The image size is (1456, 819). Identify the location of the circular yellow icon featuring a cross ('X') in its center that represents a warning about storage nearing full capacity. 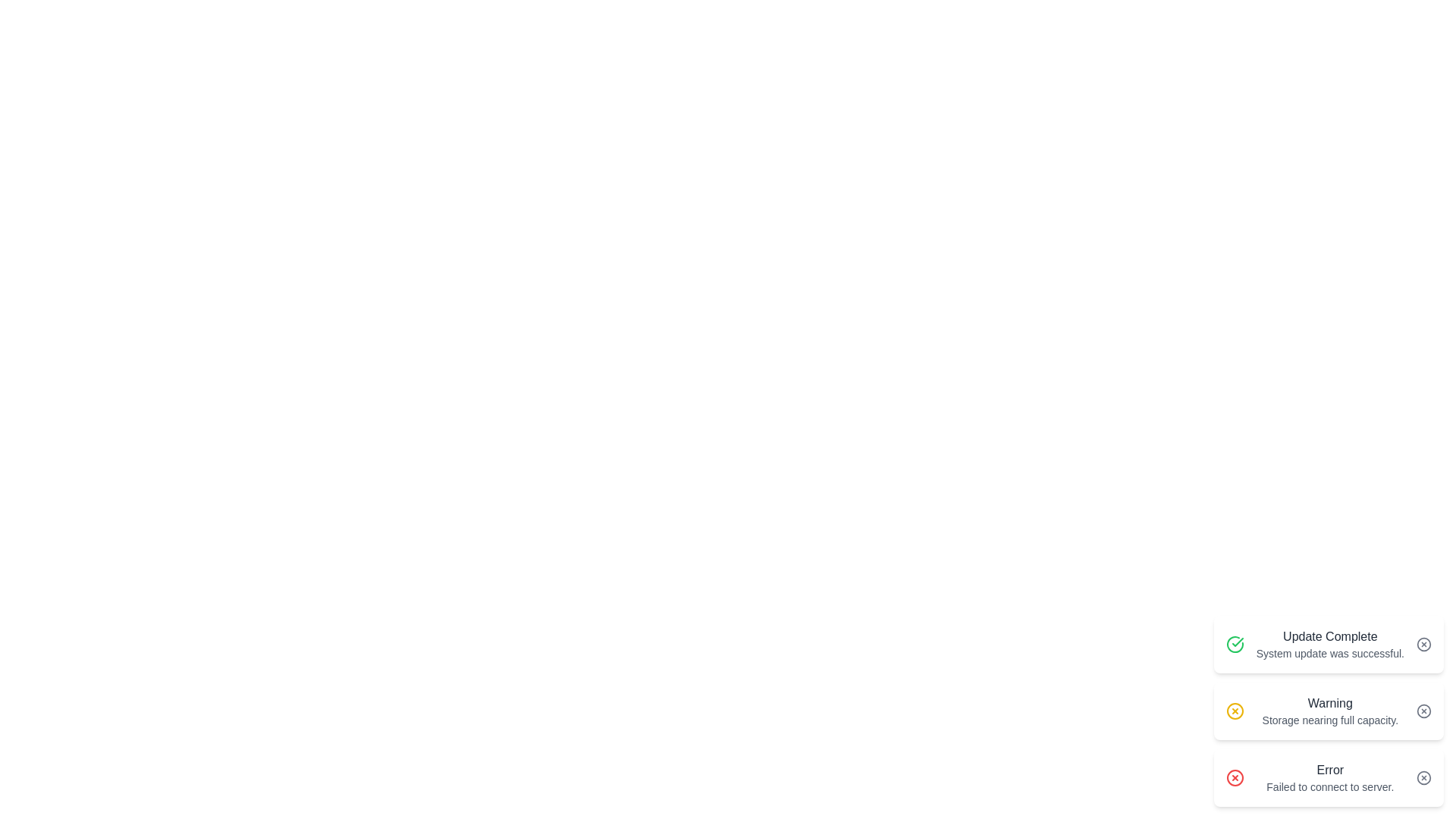
(1235, 711).